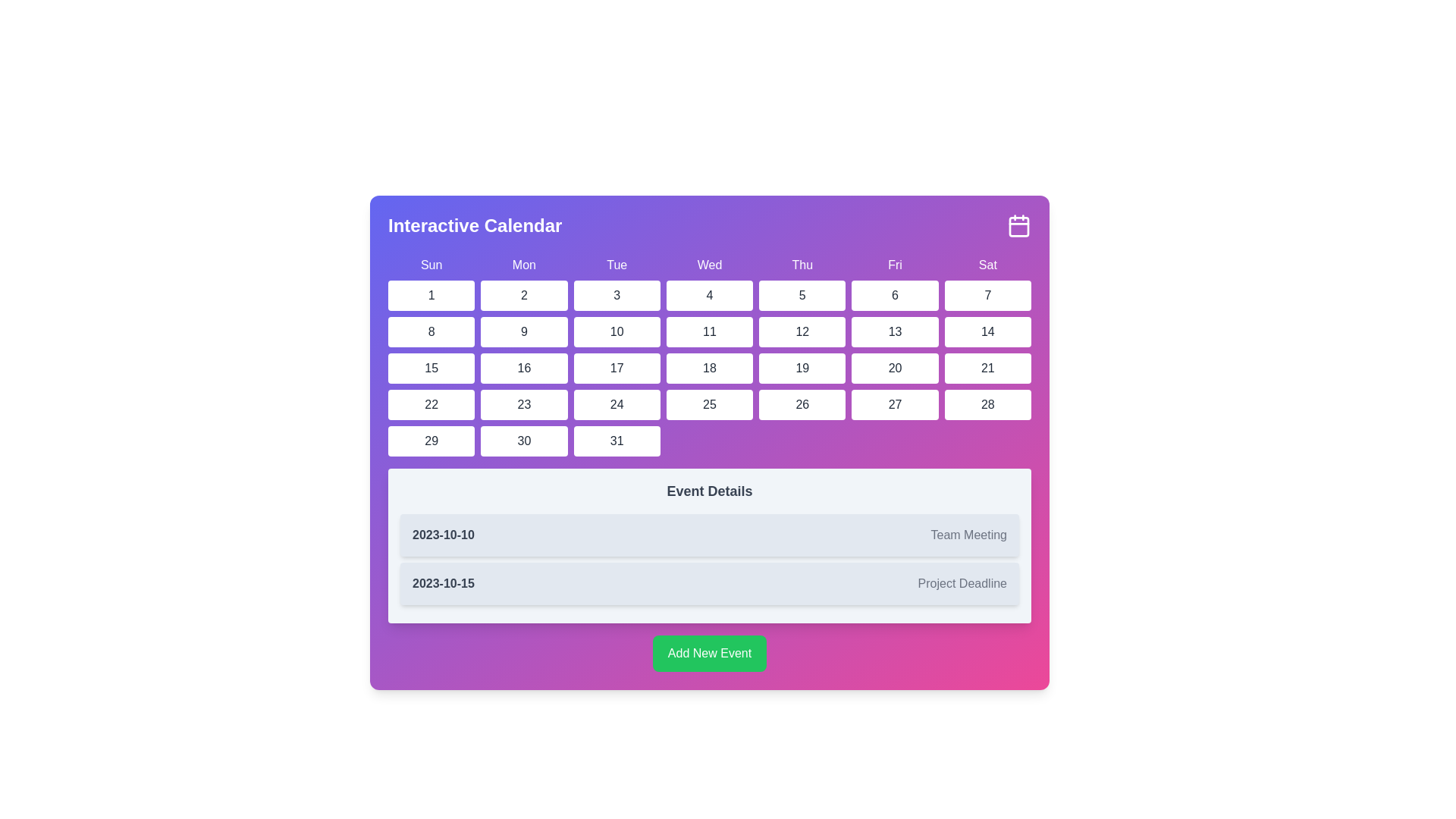  Describe the element at coordinates (895, 403) in the screenshot. I see `the rectangular button displaying the text '27' in dark gray, located under the 'Fri' column of the grid listing days of the month` at that location.